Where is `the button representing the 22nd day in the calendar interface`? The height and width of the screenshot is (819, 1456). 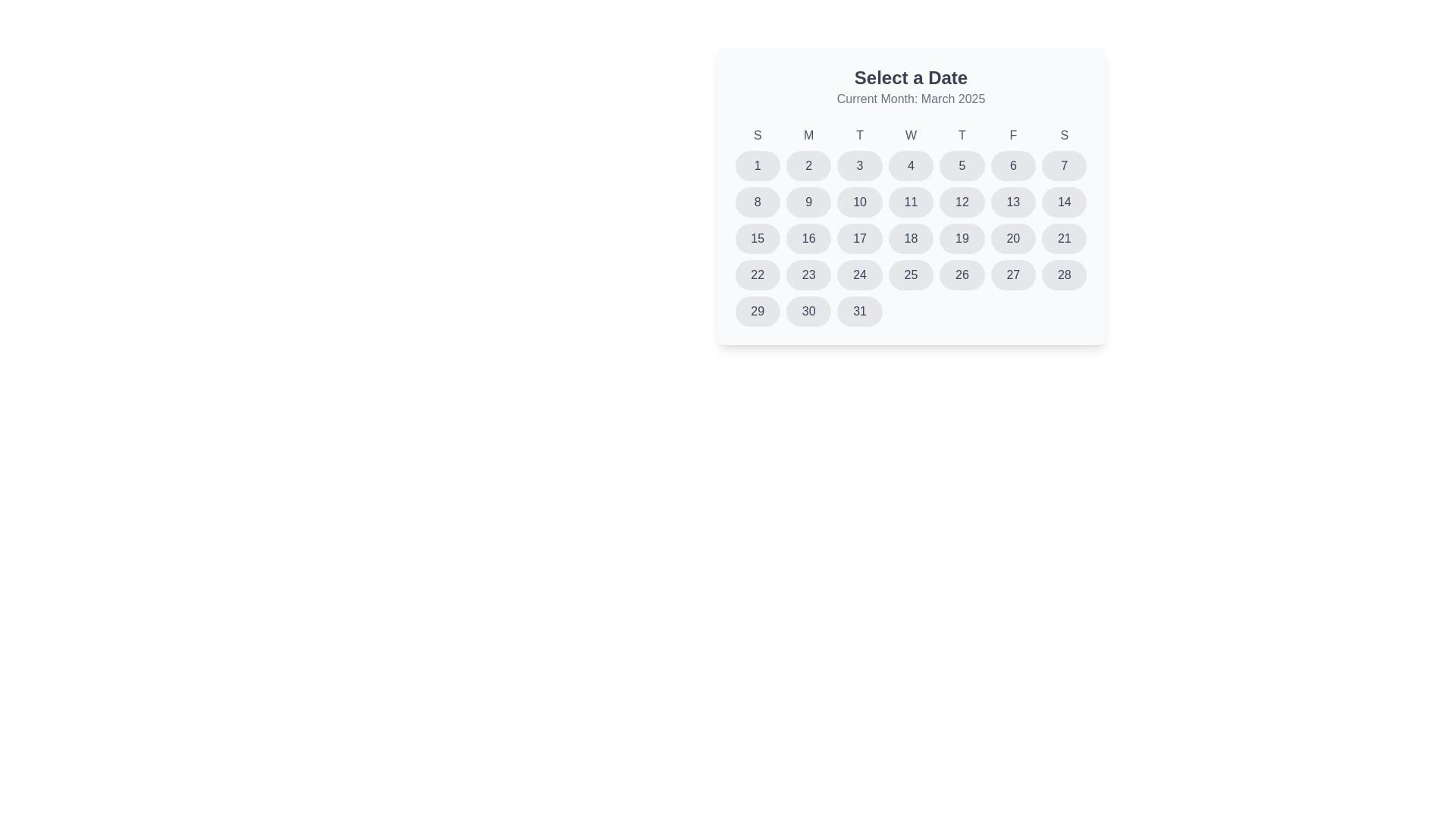 the button representing the 22nd day in the calendar interface is located at coordinates (758, 275).